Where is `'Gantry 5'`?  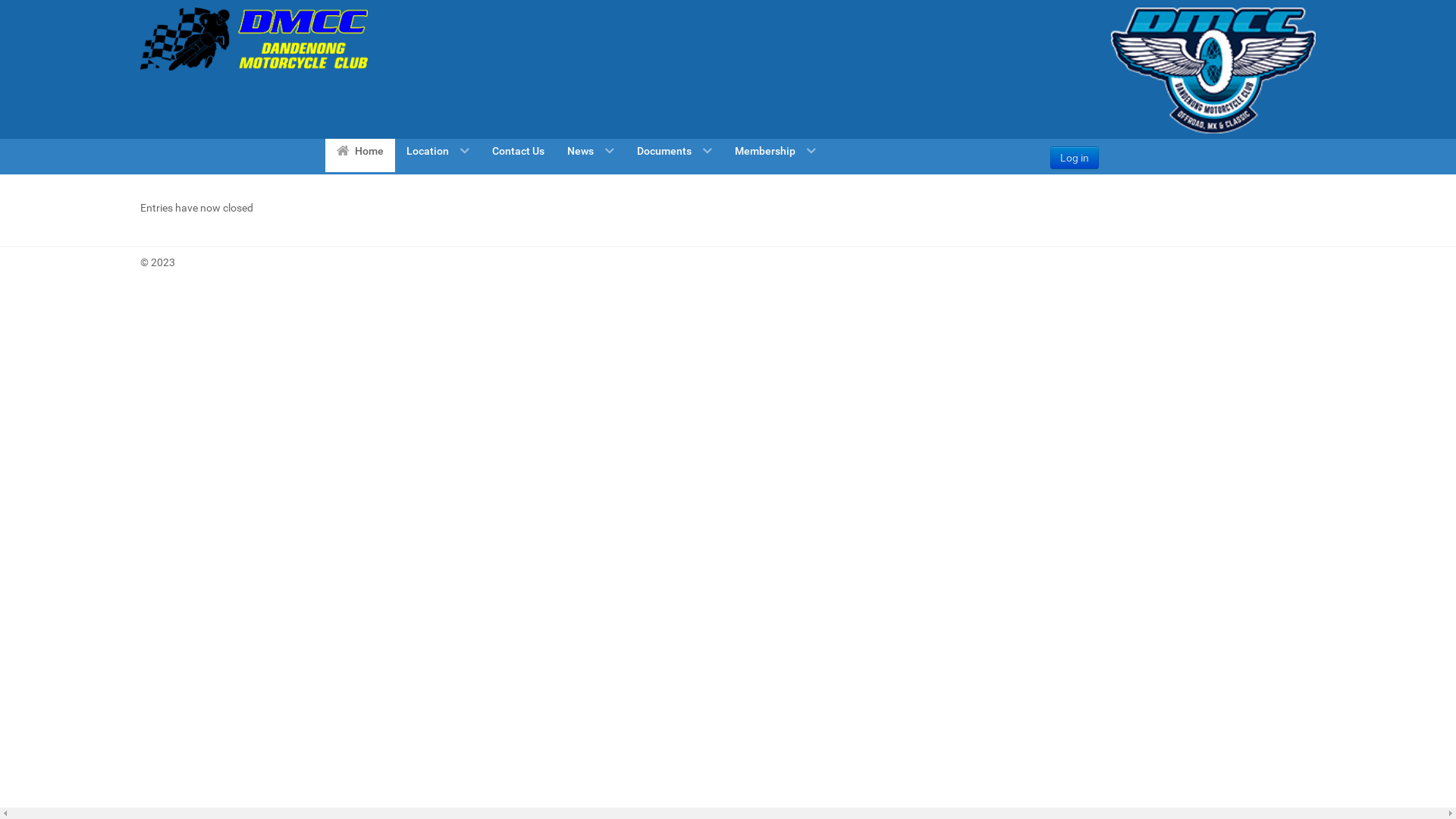
'Gantry 5' is located at coordinates (1212, 70).